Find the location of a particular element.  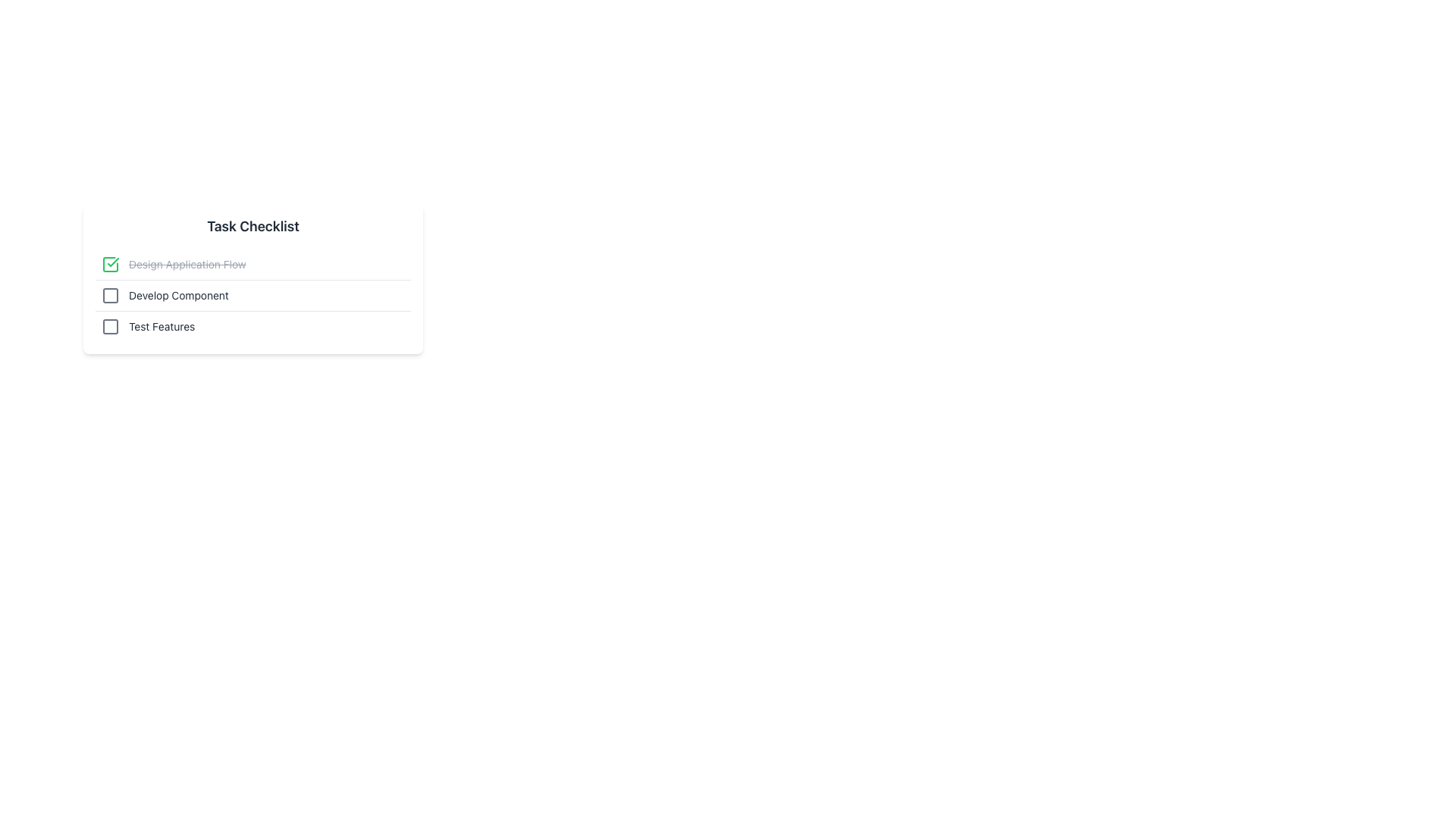

the checkbox with a visual checkmark that indicates the completion of the 'Design Application Flow' task for visual feedback is located at coordinates (109, 263).